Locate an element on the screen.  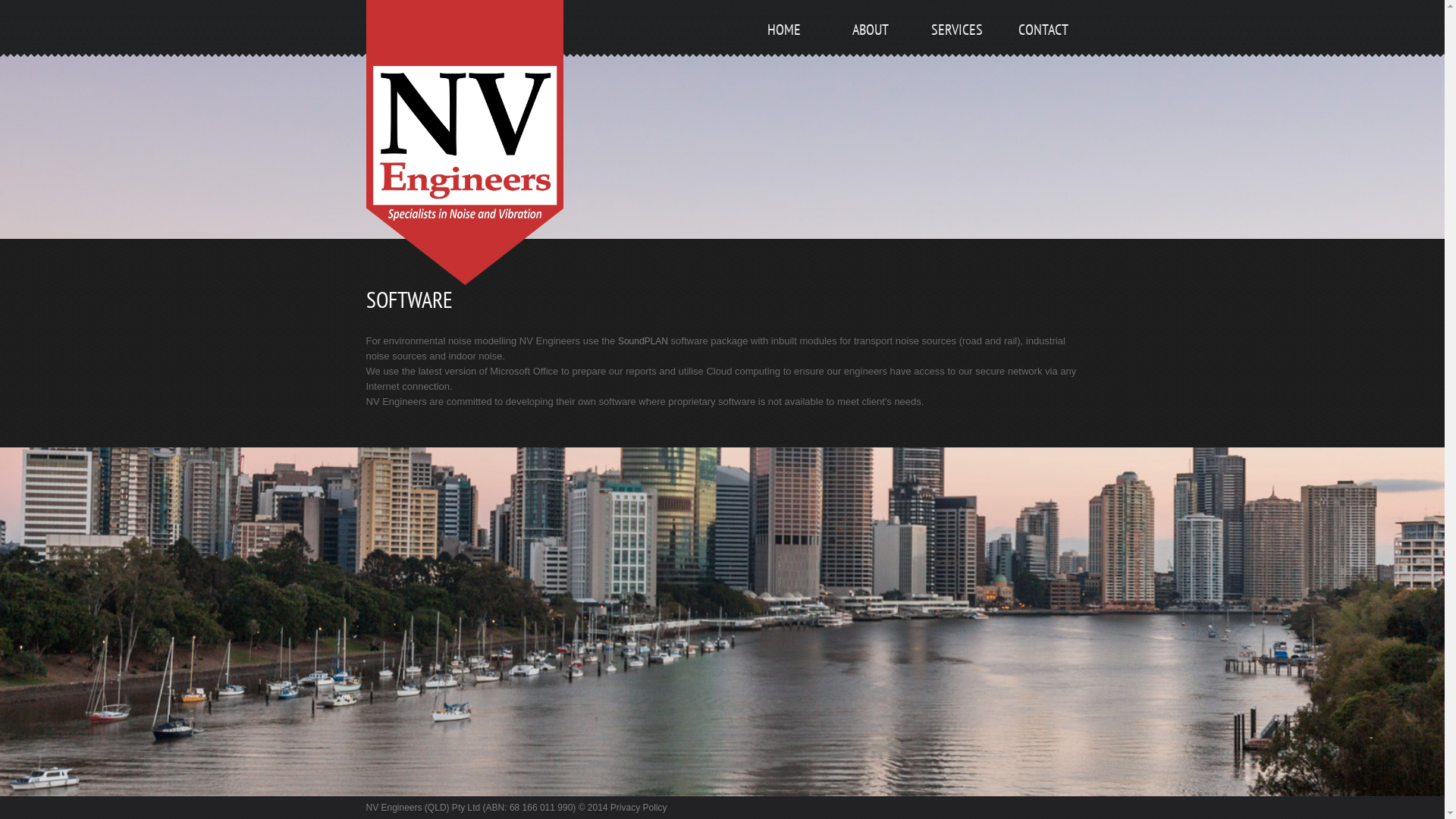
'Privacy Policy' is located at coordinates (610, 806).